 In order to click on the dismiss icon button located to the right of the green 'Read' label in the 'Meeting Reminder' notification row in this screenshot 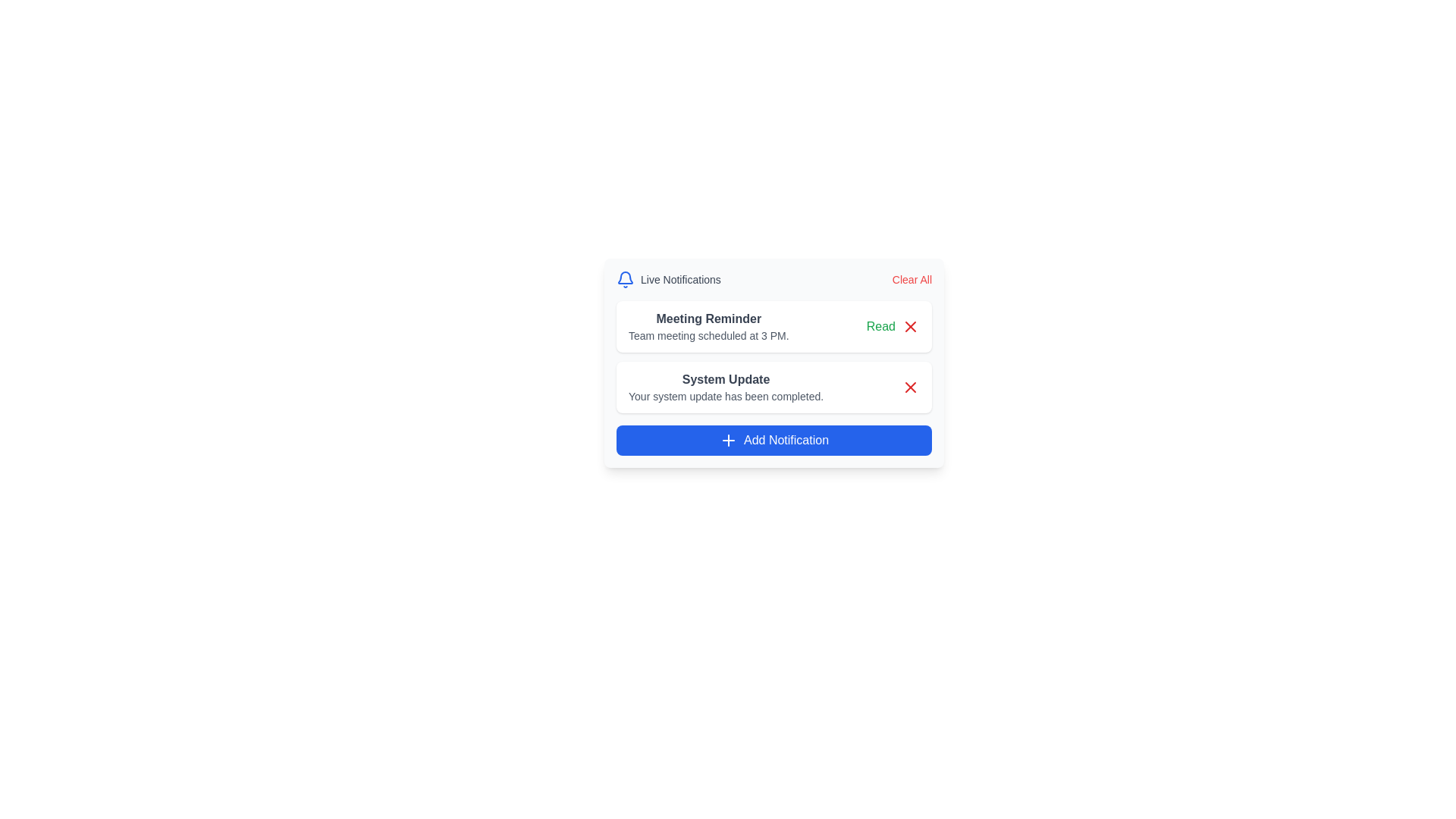, I will do `click(910, 326)`.